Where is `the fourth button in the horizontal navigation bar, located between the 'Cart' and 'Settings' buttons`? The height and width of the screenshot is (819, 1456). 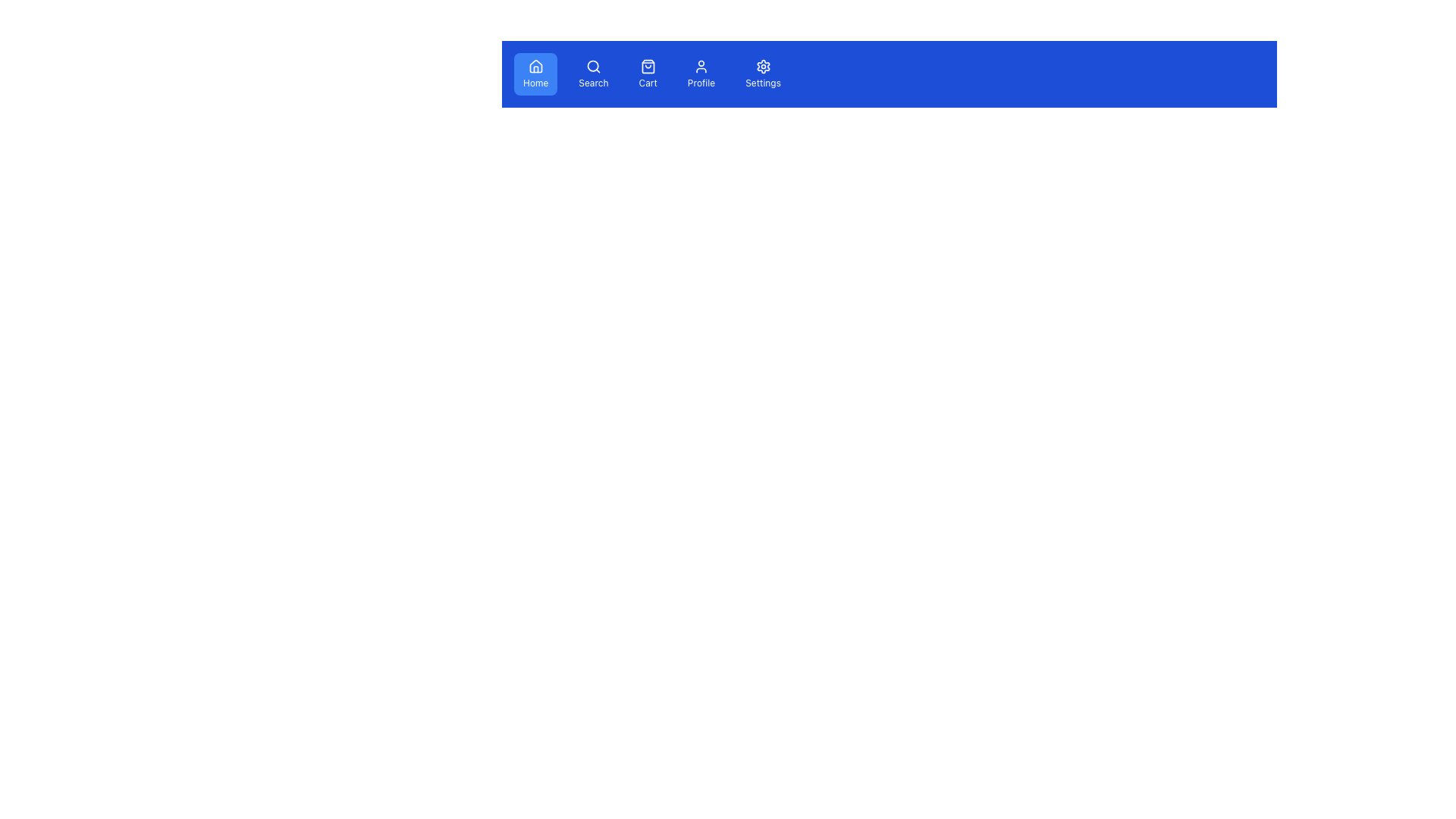 the fourth button in the horizontal navigation bar, located between the 'Cart' and 'Settings' buttons is located at coordinates (701, 74).